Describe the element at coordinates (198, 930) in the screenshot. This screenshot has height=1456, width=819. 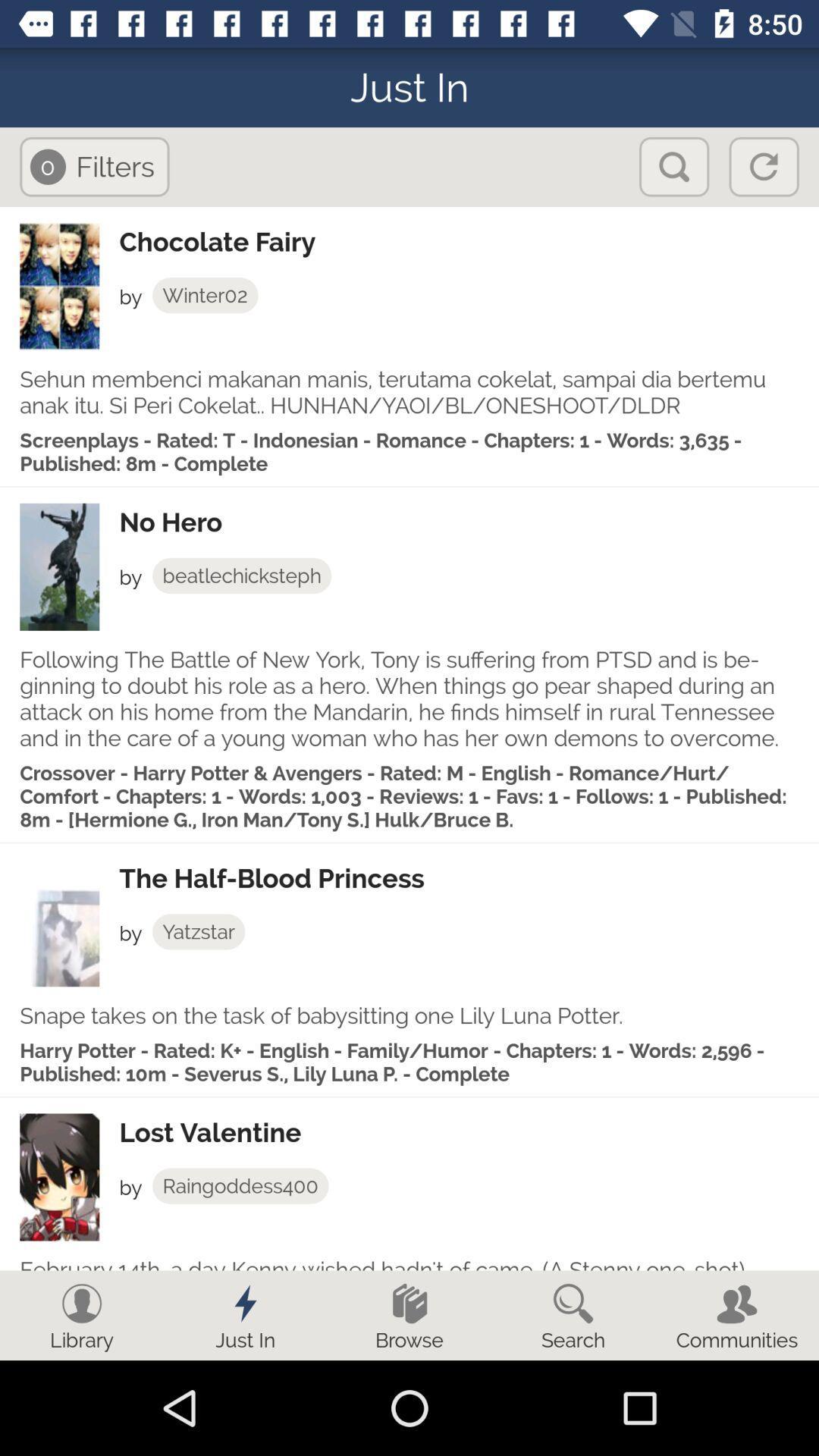
I see `yatzstar app` at that location.